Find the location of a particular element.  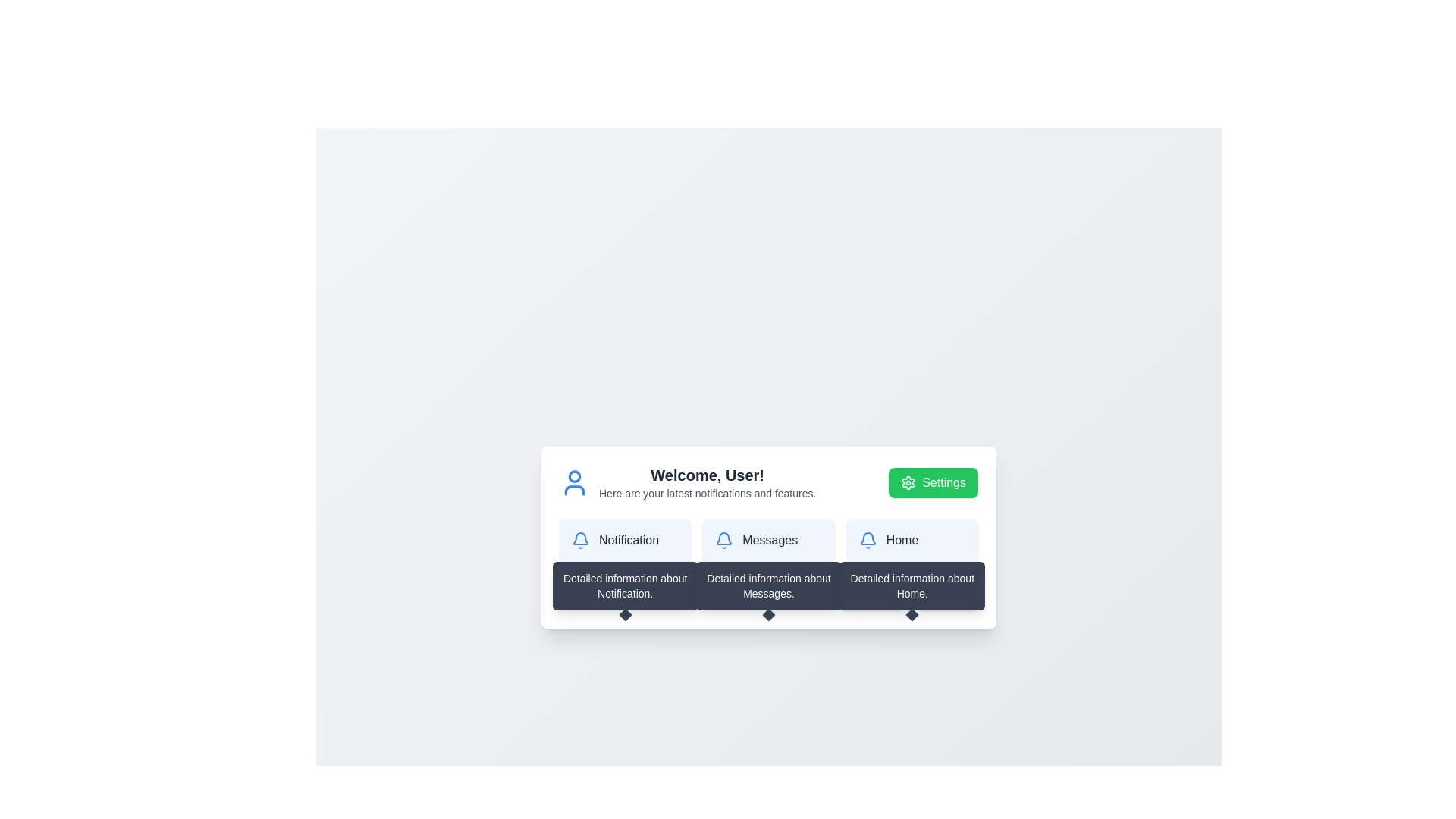

the static text label for the 'Messages' section, which is positioned between 'Notification' and 'Home' in the user interface is located at coordinates (770, 540).